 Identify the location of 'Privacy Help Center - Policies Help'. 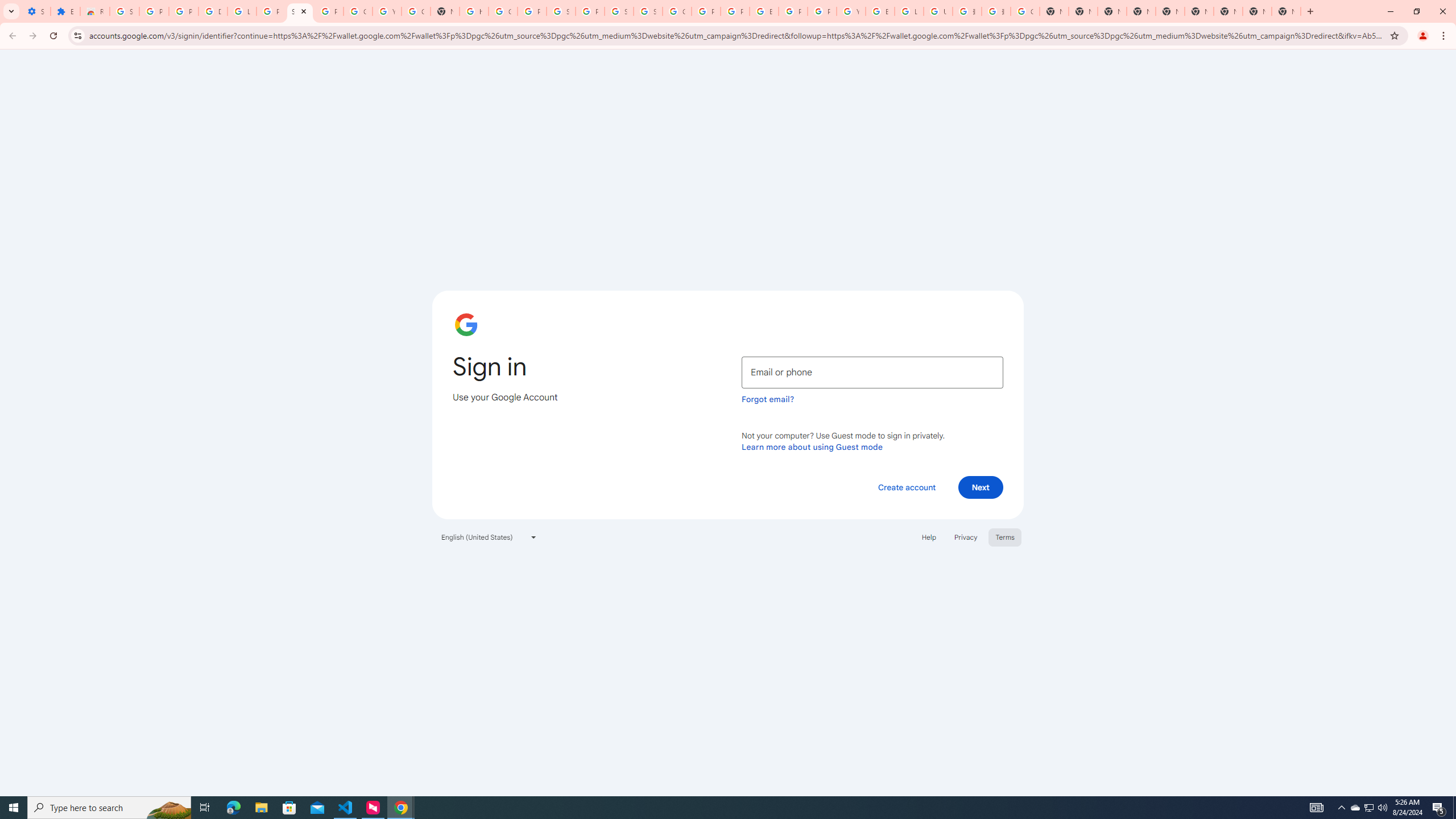
(705, 11).